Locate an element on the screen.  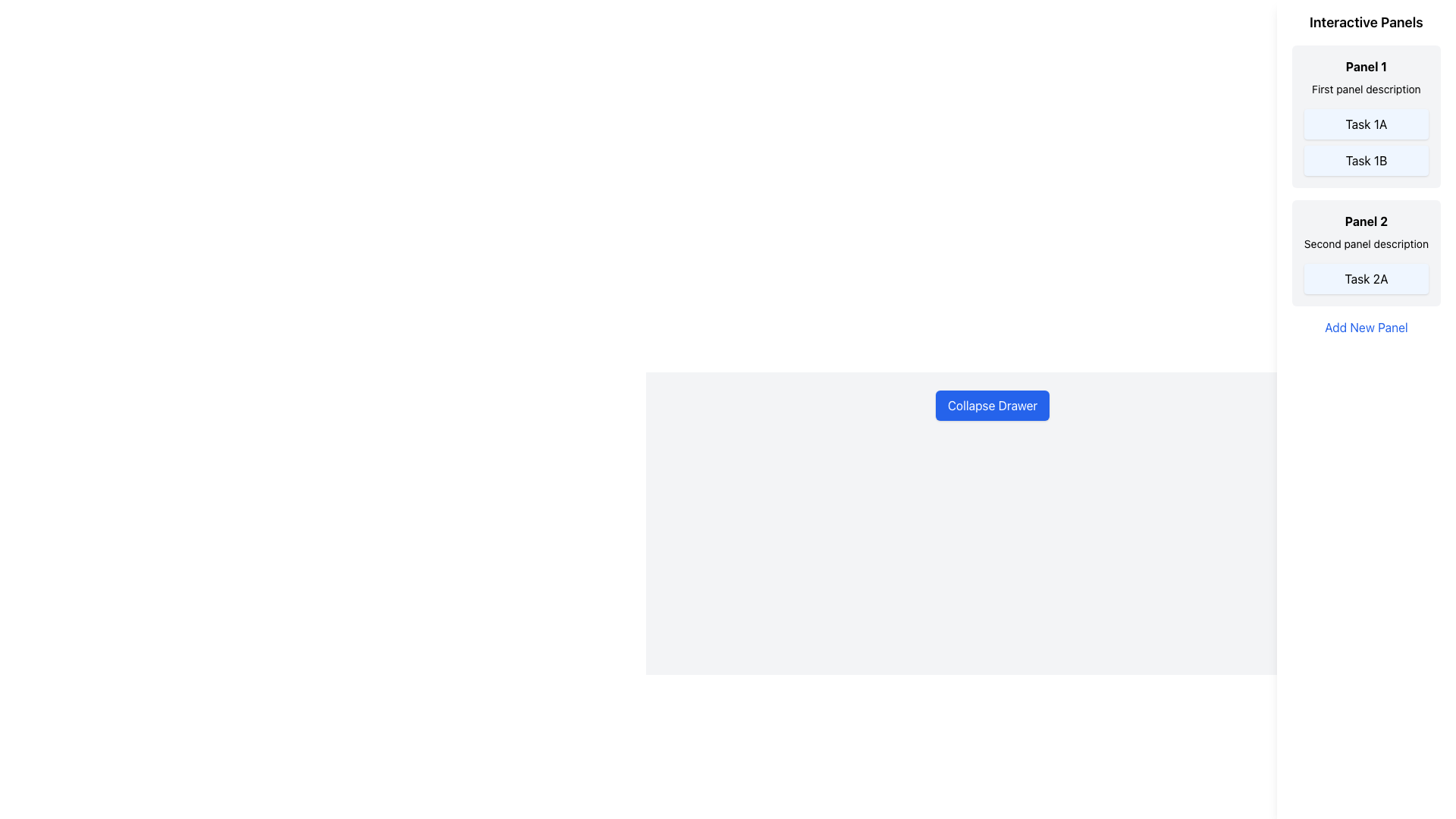
the light blue rectangular button labeled 'Task 1A' located in Panel 1 under 'First panel description' is located at coordinates (1366, 124).